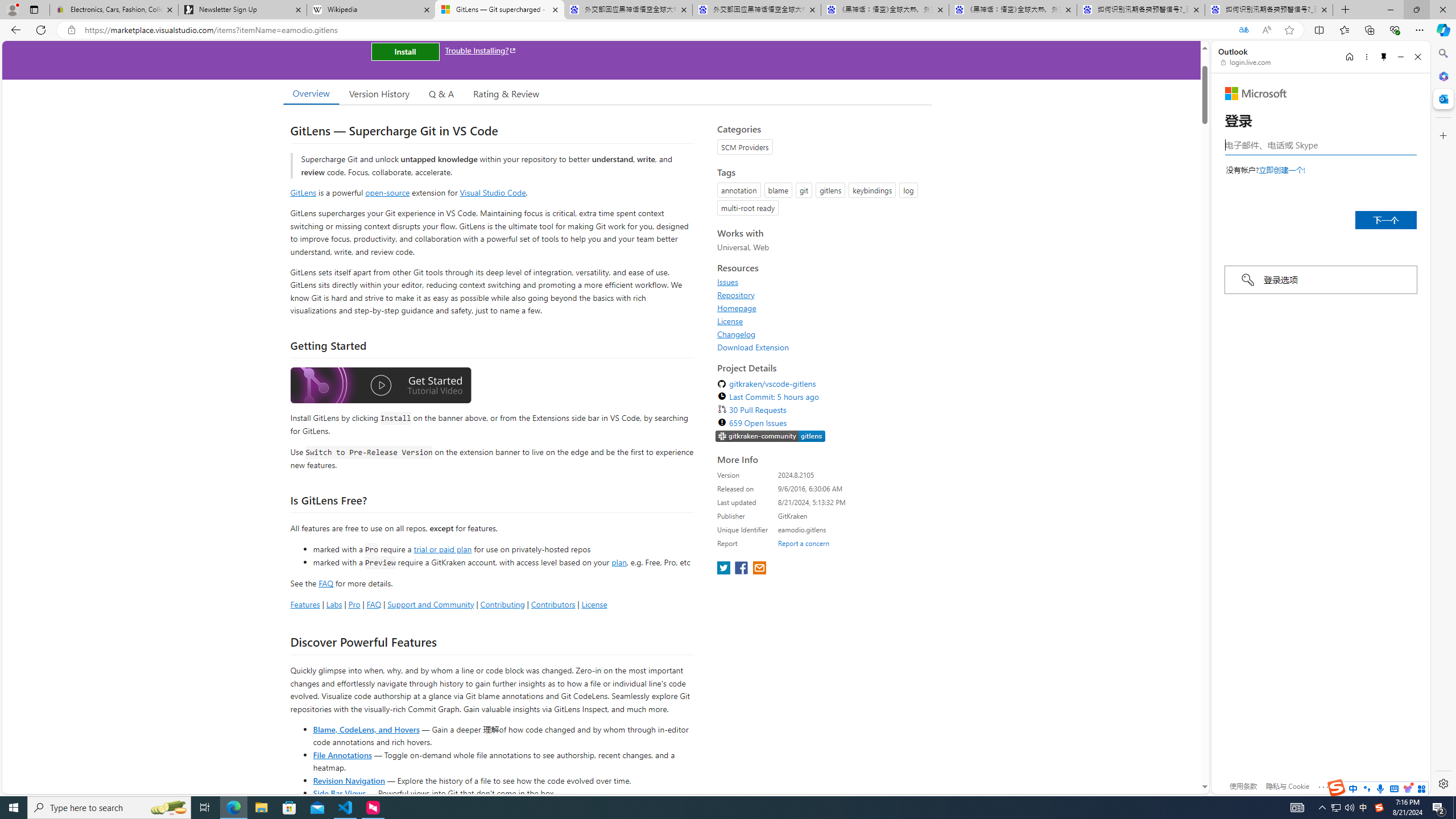 This screenshot has width=1456, height=819. Describe the element at coordinates (348, 780) in the screenshot. I see `'Revision Navigation'` at that location.